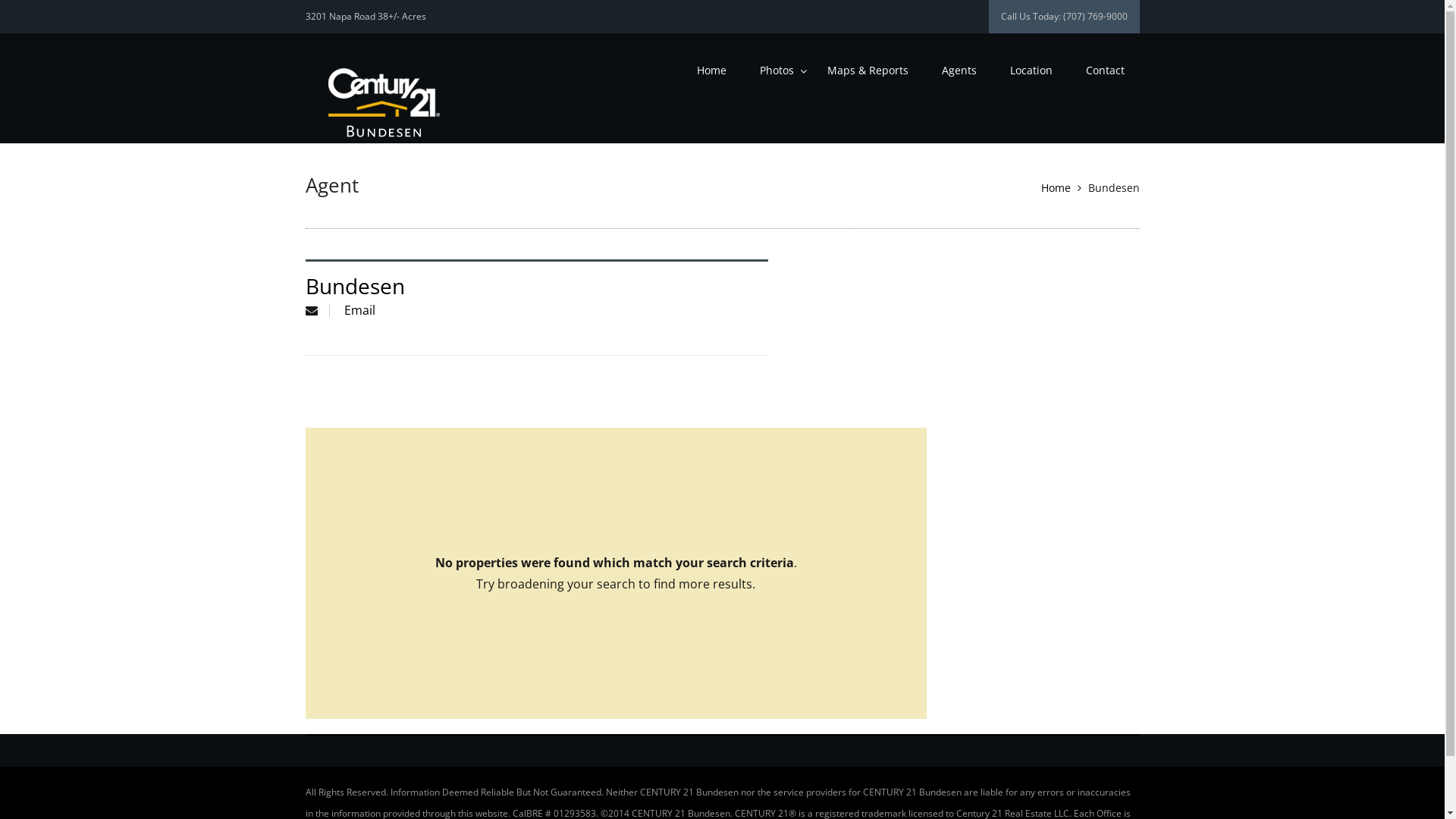 The width and height of the screenshot is (1456, 819). I want to click on 'Location', so click(1031, 70).